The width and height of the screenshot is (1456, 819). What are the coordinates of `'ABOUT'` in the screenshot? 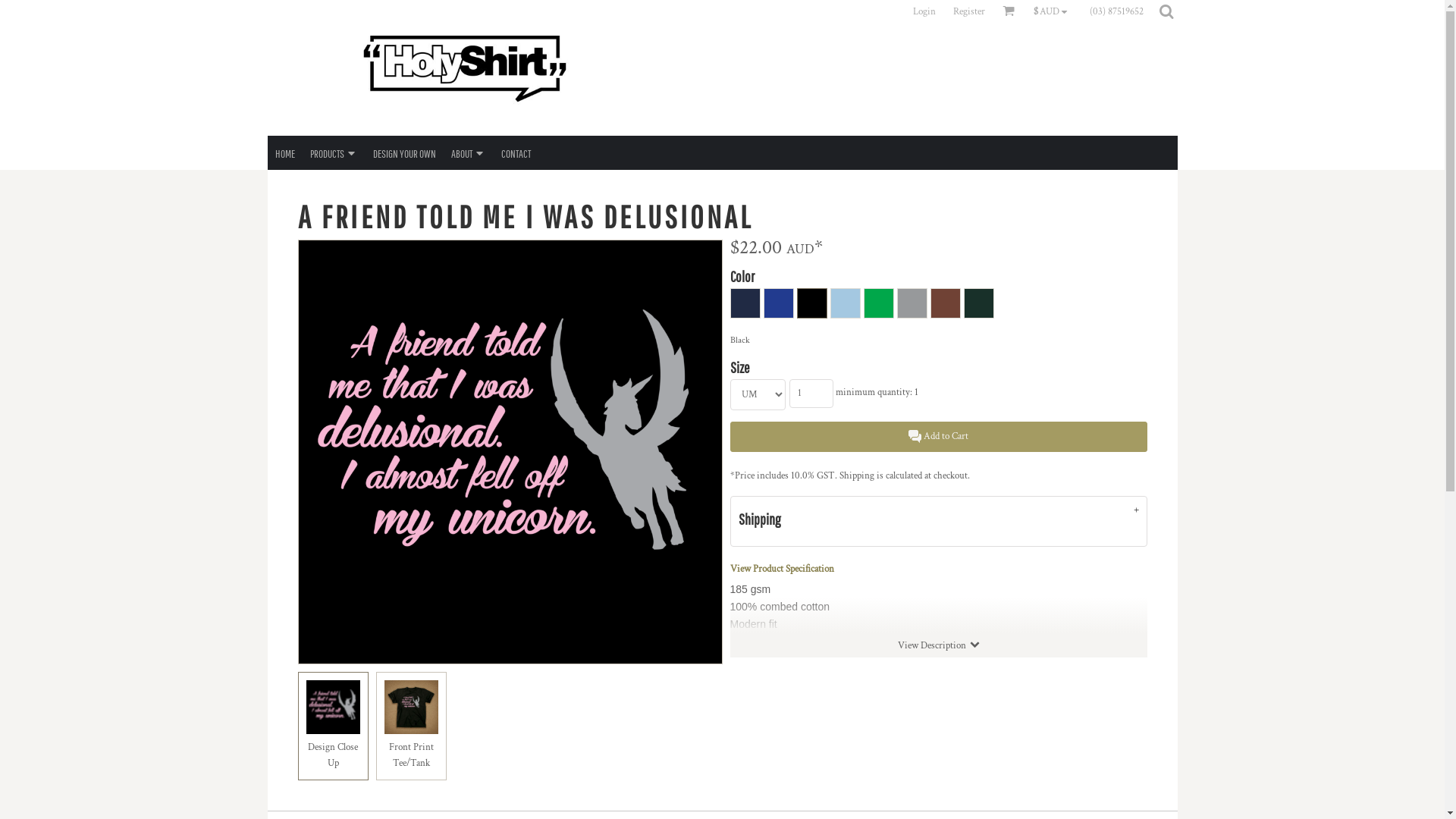 It's located at (467, 152).